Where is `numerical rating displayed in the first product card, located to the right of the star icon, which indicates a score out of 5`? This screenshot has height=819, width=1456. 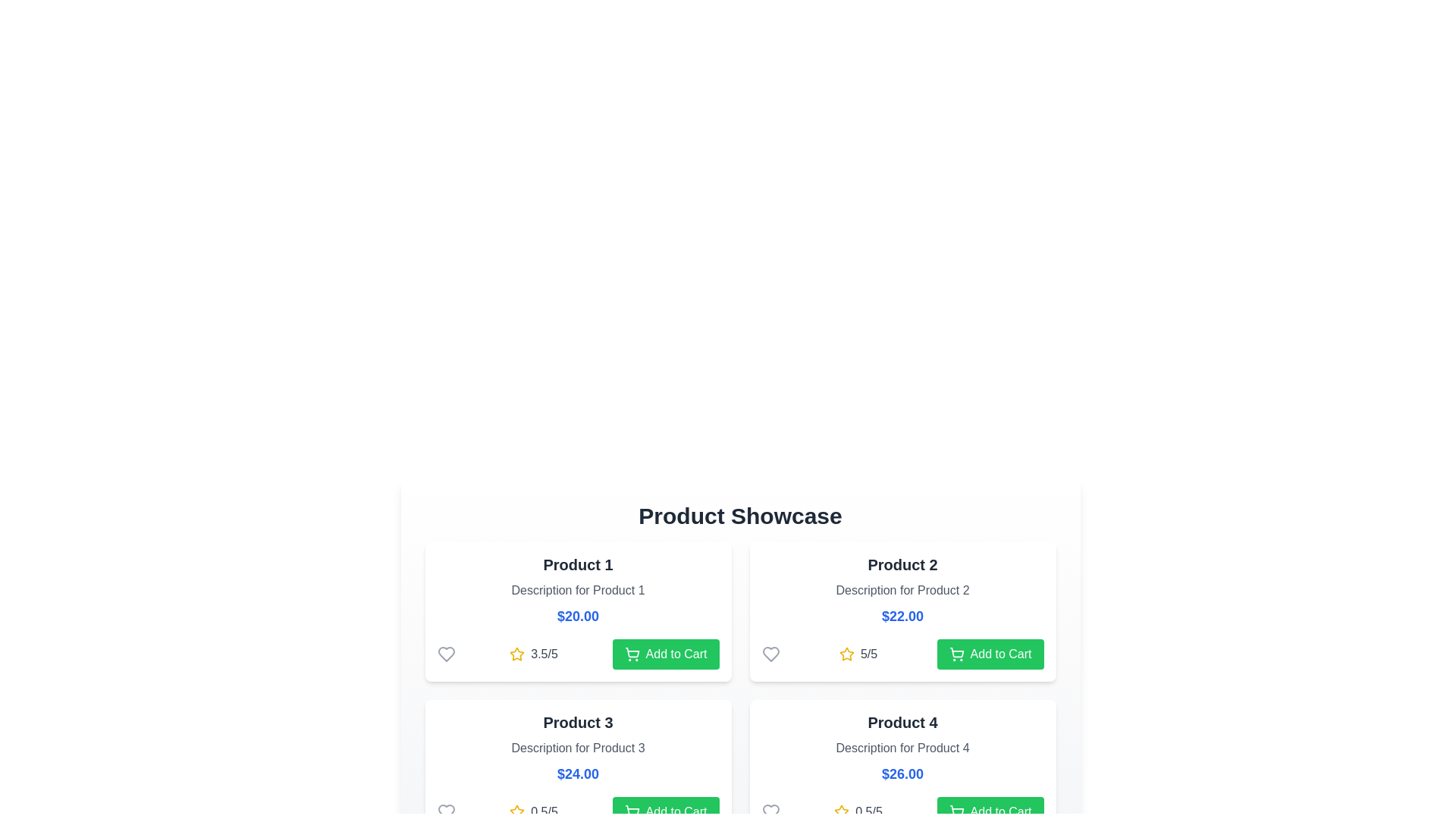 numerical rating displayed in the first product card, located to the right of the star icon, which indicates a score out of 5 is located at coordinates (544, 654).